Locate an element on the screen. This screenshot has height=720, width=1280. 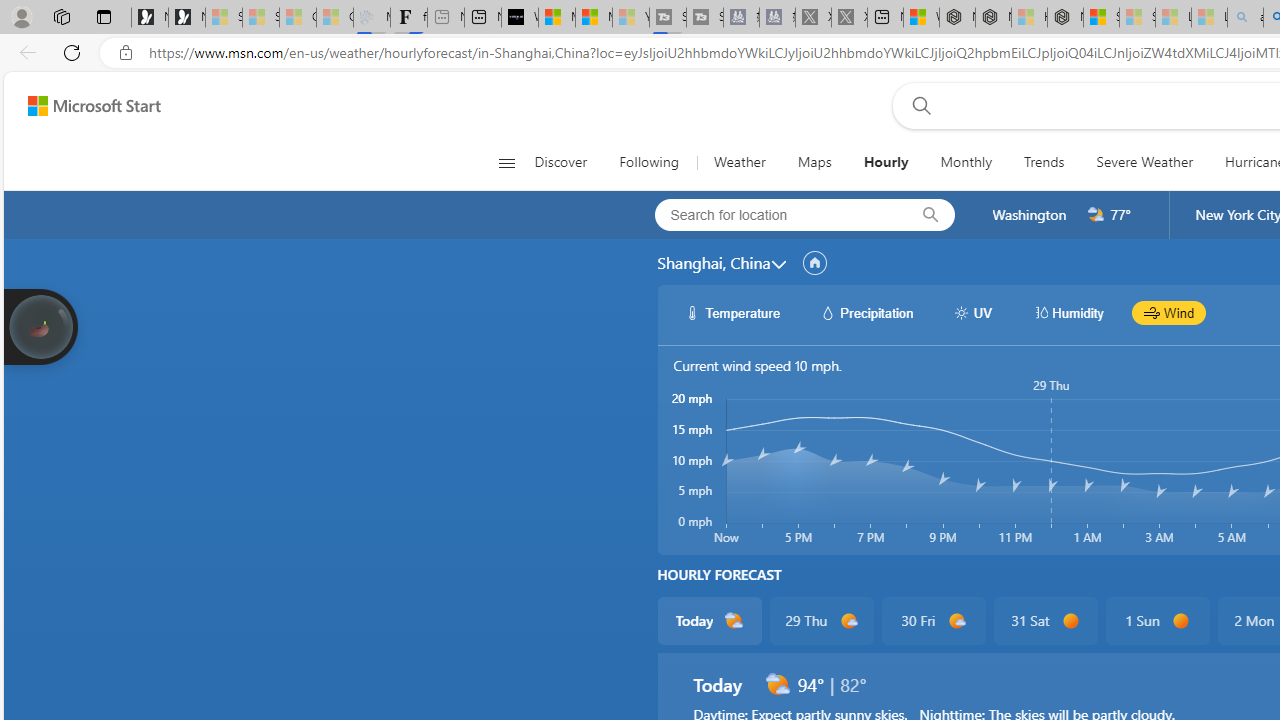
'Severe Weather' is located at coordinates (1144, 162).